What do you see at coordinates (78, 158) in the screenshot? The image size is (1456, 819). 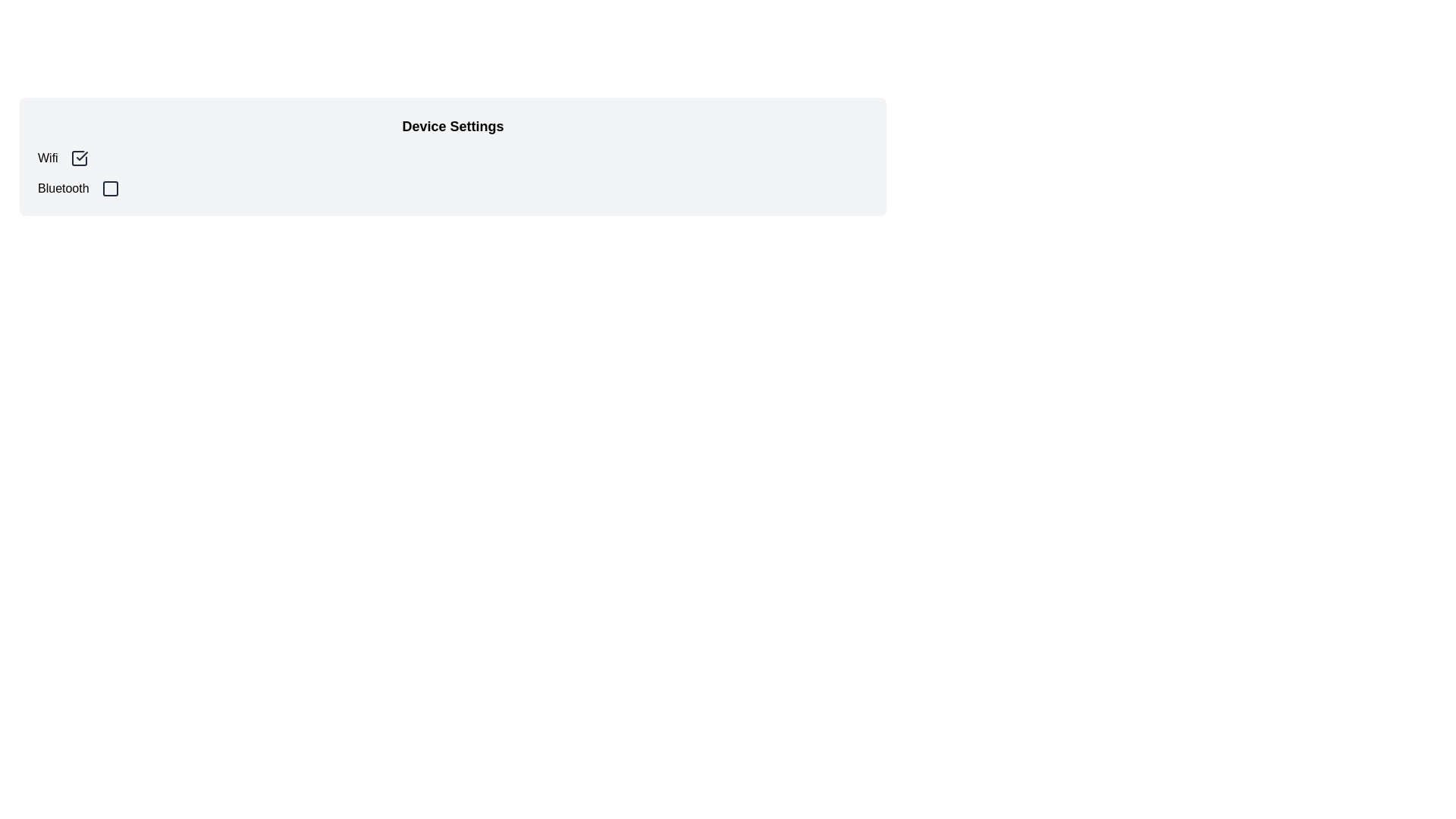 I see `the first checkbox in the 'Device Settings' section` at bounding box center [78, 158].